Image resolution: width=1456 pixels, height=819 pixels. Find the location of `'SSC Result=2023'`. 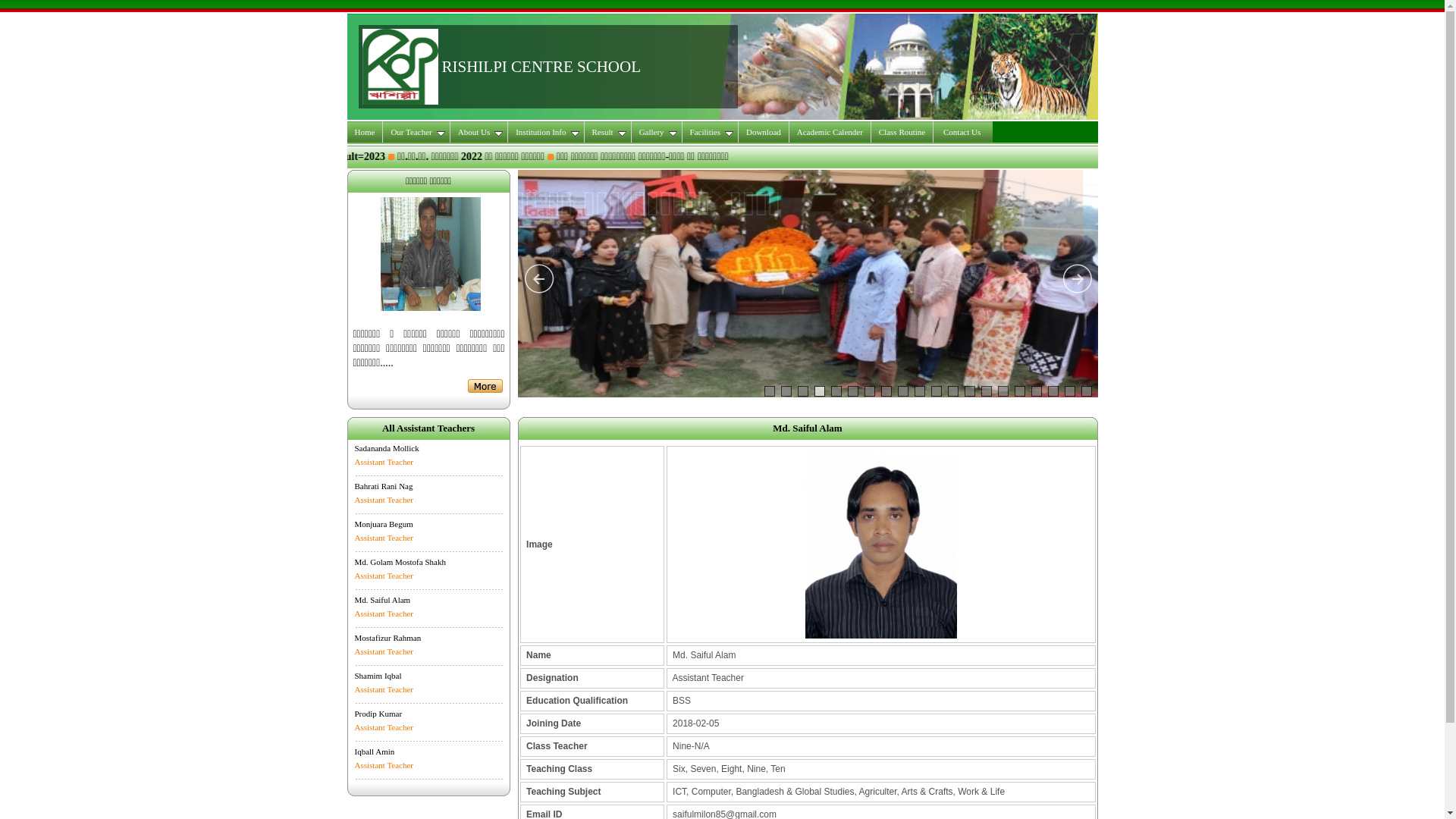

'SSC Result=2023' is located at coordinates (641, 156).